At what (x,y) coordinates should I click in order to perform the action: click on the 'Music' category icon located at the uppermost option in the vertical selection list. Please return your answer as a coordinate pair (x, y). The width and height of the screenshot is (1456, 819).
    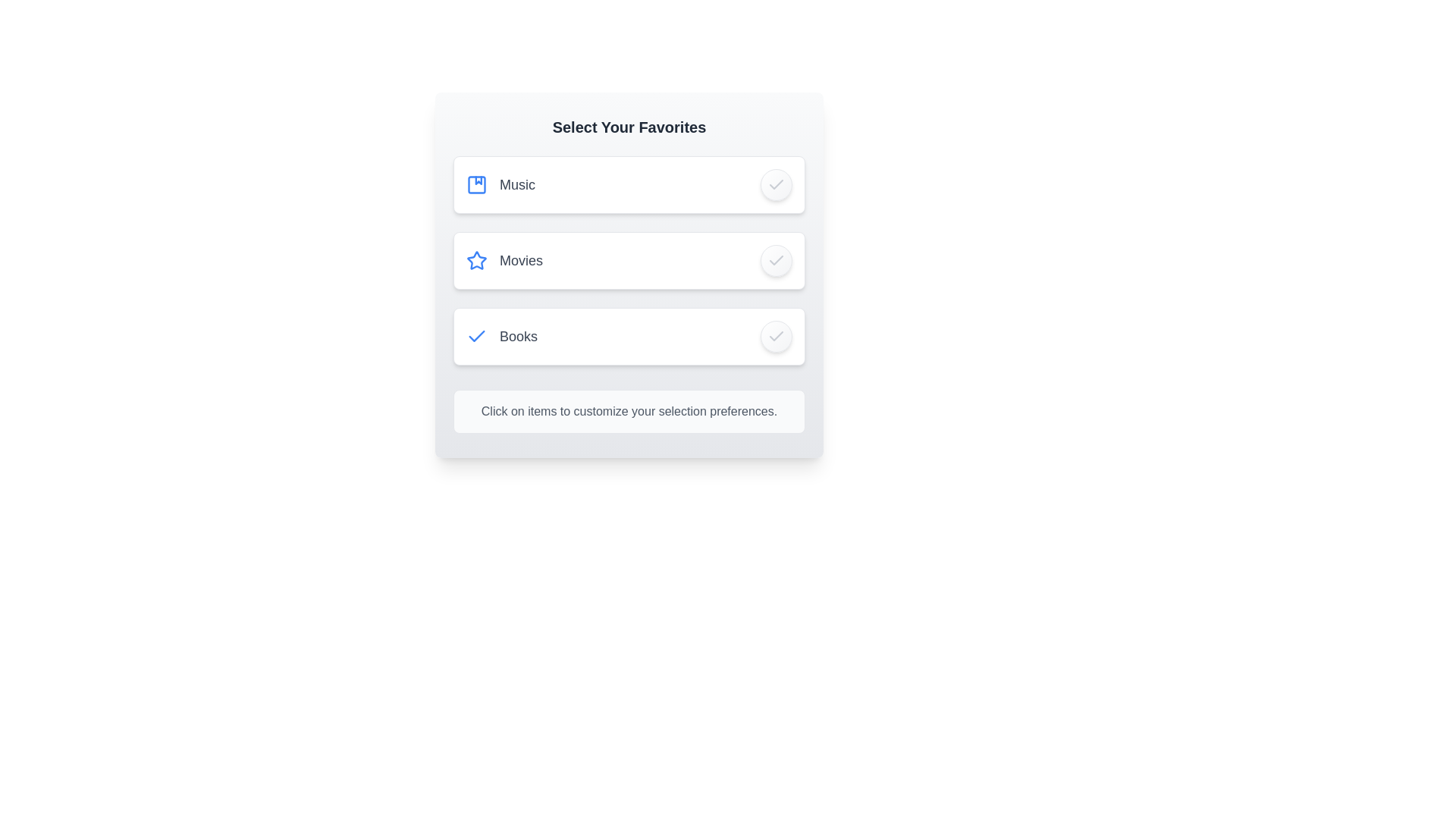
    Looking at the image, I should click on (500, 184).